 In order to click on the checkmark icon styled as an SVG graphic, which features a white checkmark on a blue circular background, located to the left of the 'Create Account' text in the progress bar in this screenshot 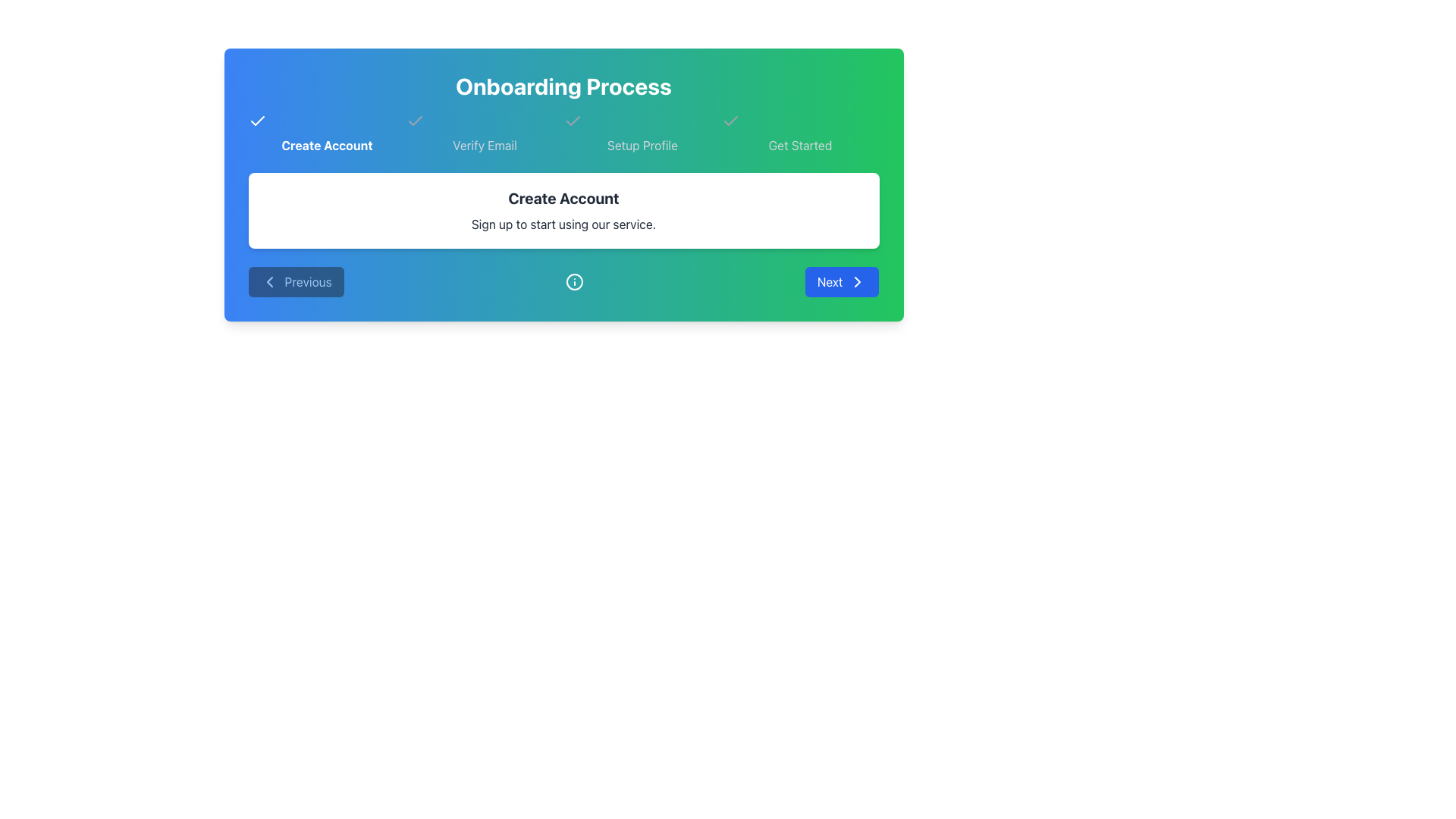, I will do `click(257, 120)`.